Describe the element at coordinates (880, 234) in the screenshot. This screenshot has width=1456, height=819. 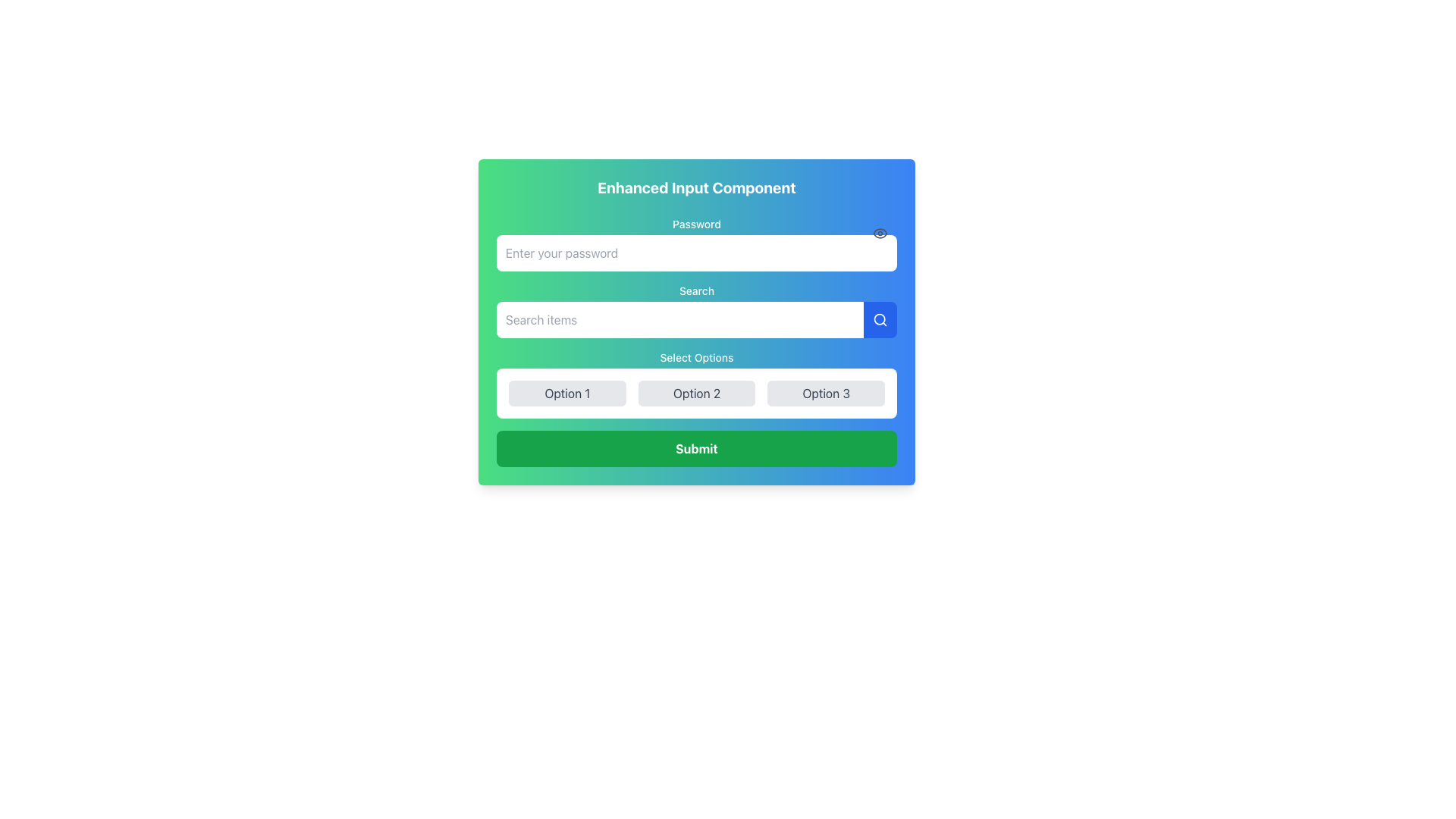
I see `the ring-shaped eye icon located on the far-right side of the password input field` at that location.